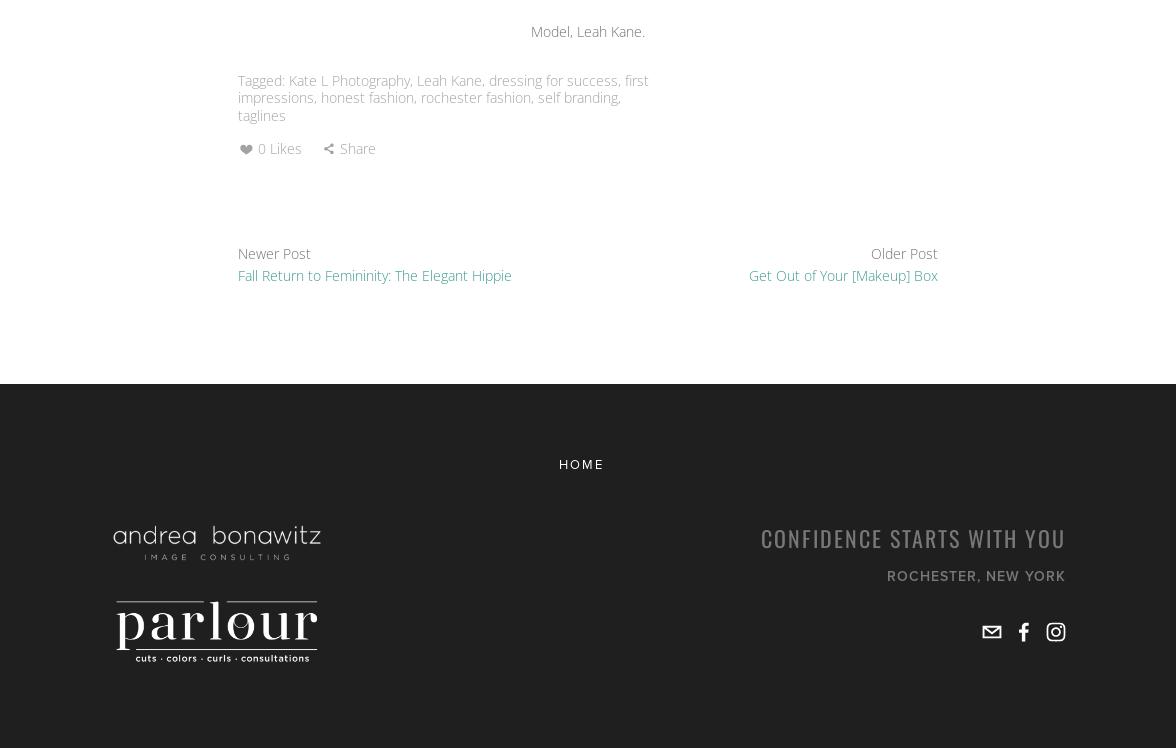 Image resolution: width=1176 pixels, height=748 pixels. What do you see at coordinates (238, 274) in the screenshot?
I see `'Fall Return to Femininity: The Elegant Hippie'` at bounding box center [238, 274].